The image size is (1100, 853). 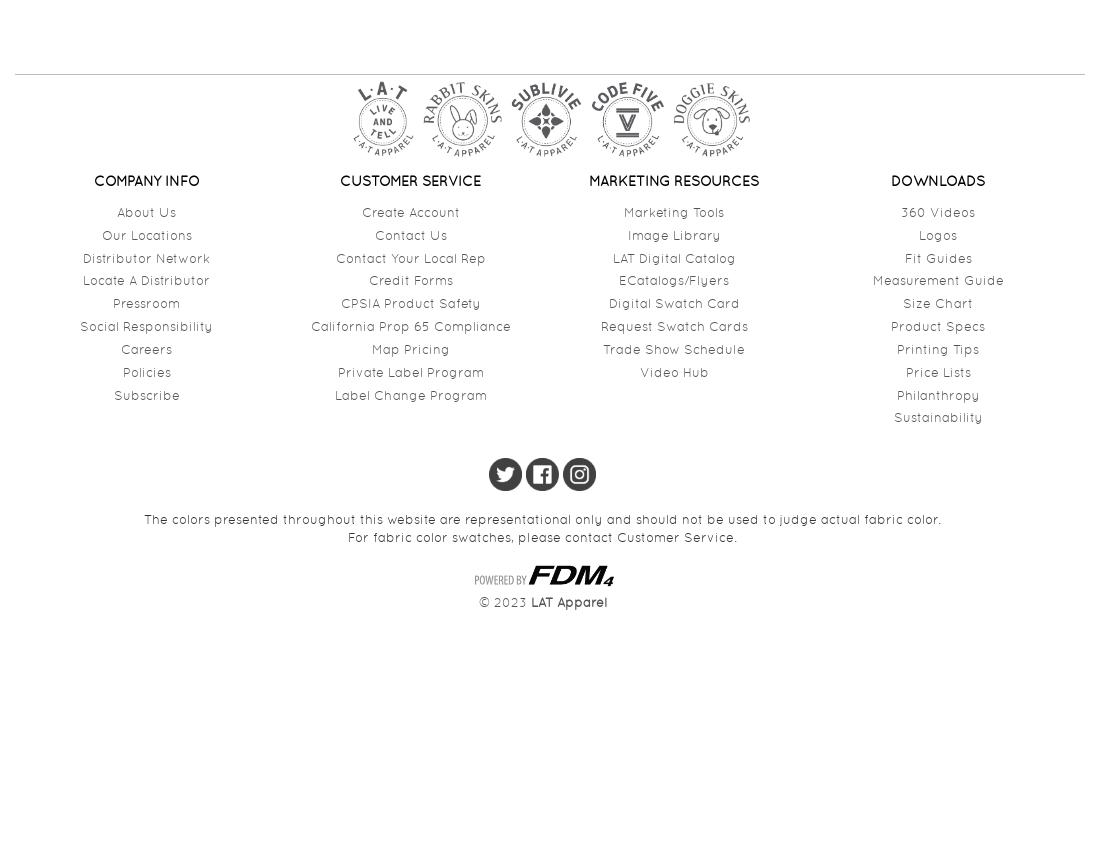 What do you see at coordinates (673, 210) in the screenshot?
I see `'Marketing Tools'` at bounding box center [673, 210].